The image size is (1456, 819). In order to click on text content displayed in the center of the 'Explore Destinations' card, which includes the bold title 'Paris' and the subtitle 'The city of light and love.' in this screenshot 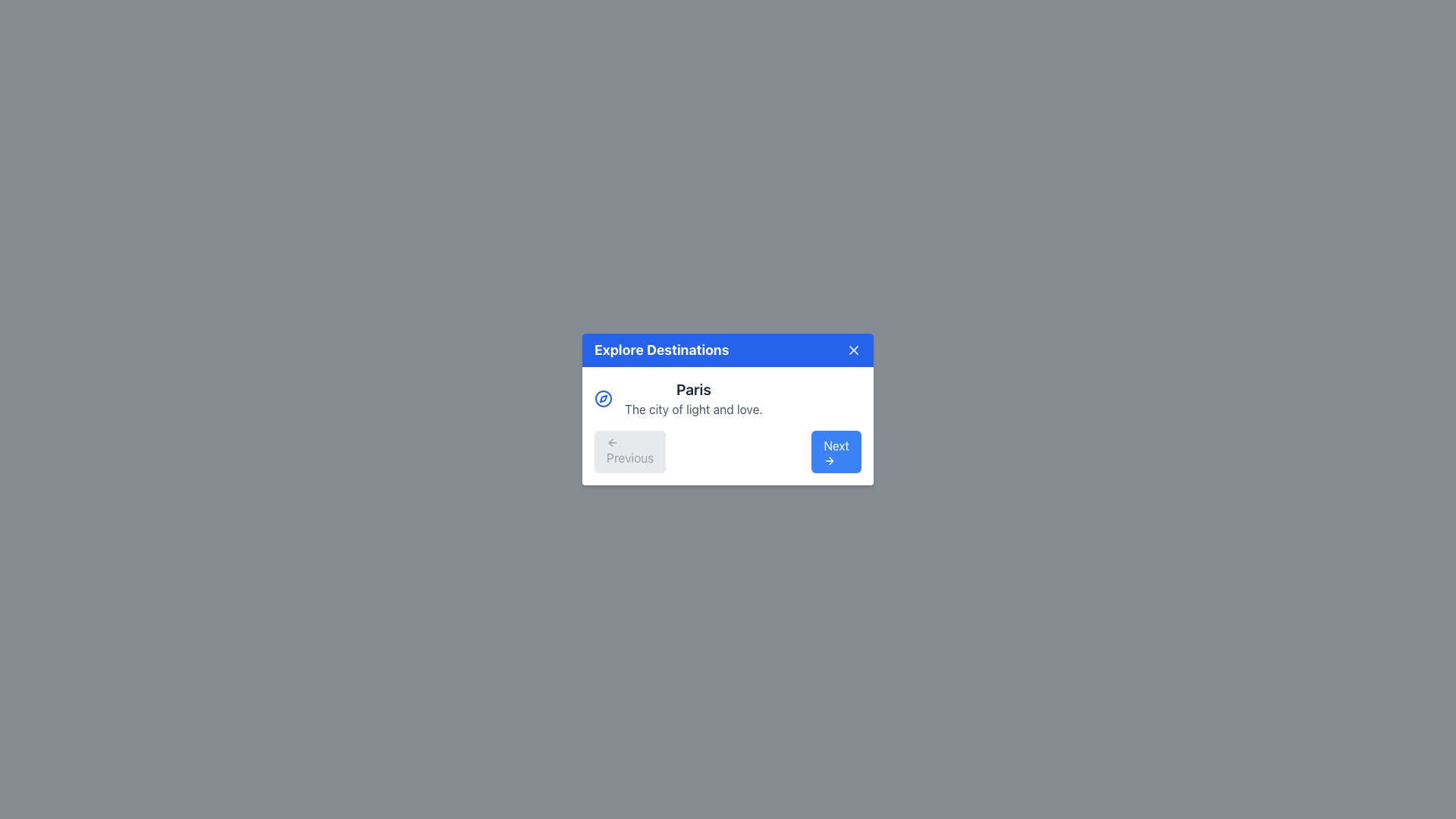, I will do `click(692, 397)`.